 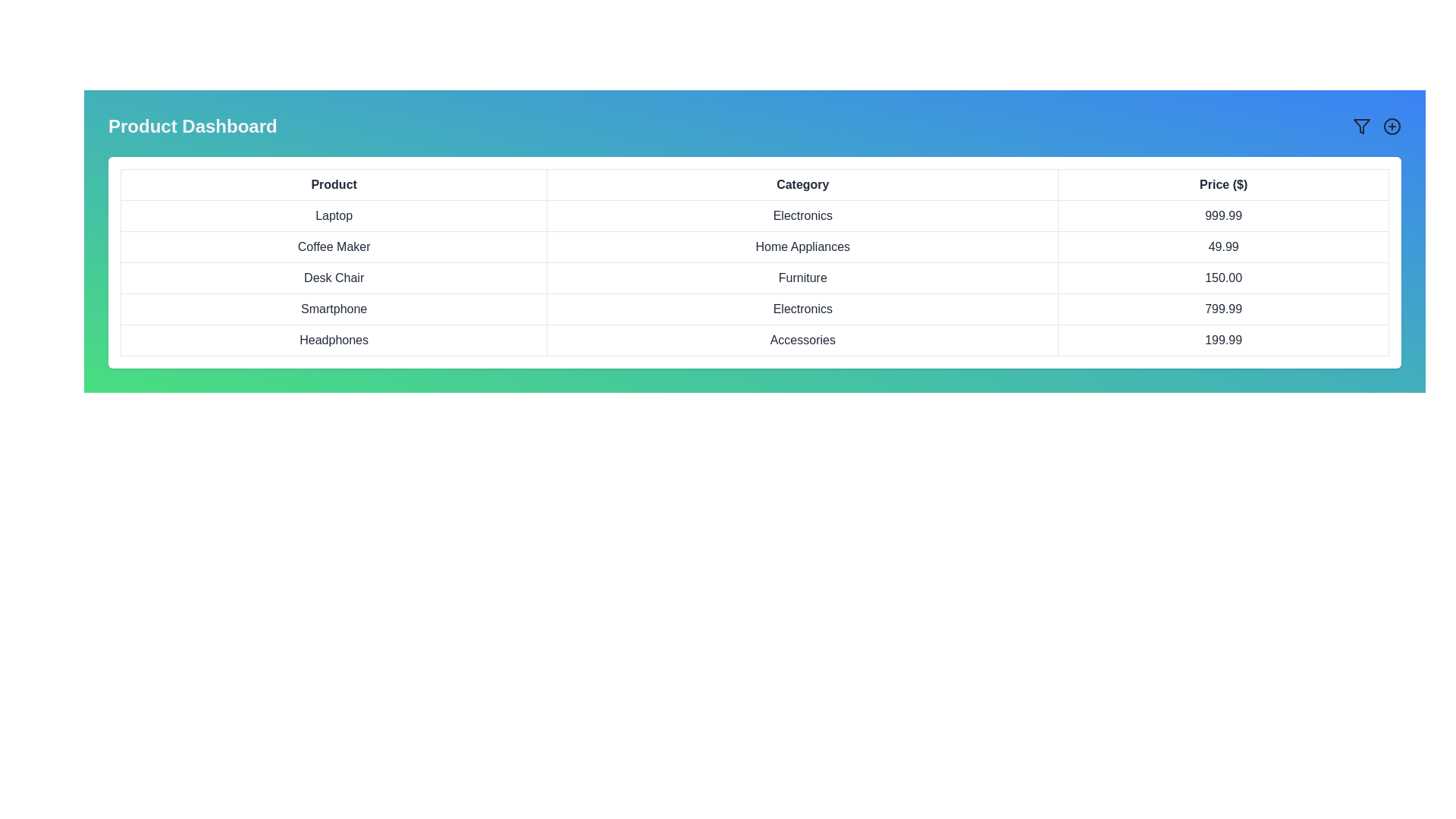 I want to click on the table row displaying 'Coffee Maker Home Appliances 49.99', so click(x=755, y=246).